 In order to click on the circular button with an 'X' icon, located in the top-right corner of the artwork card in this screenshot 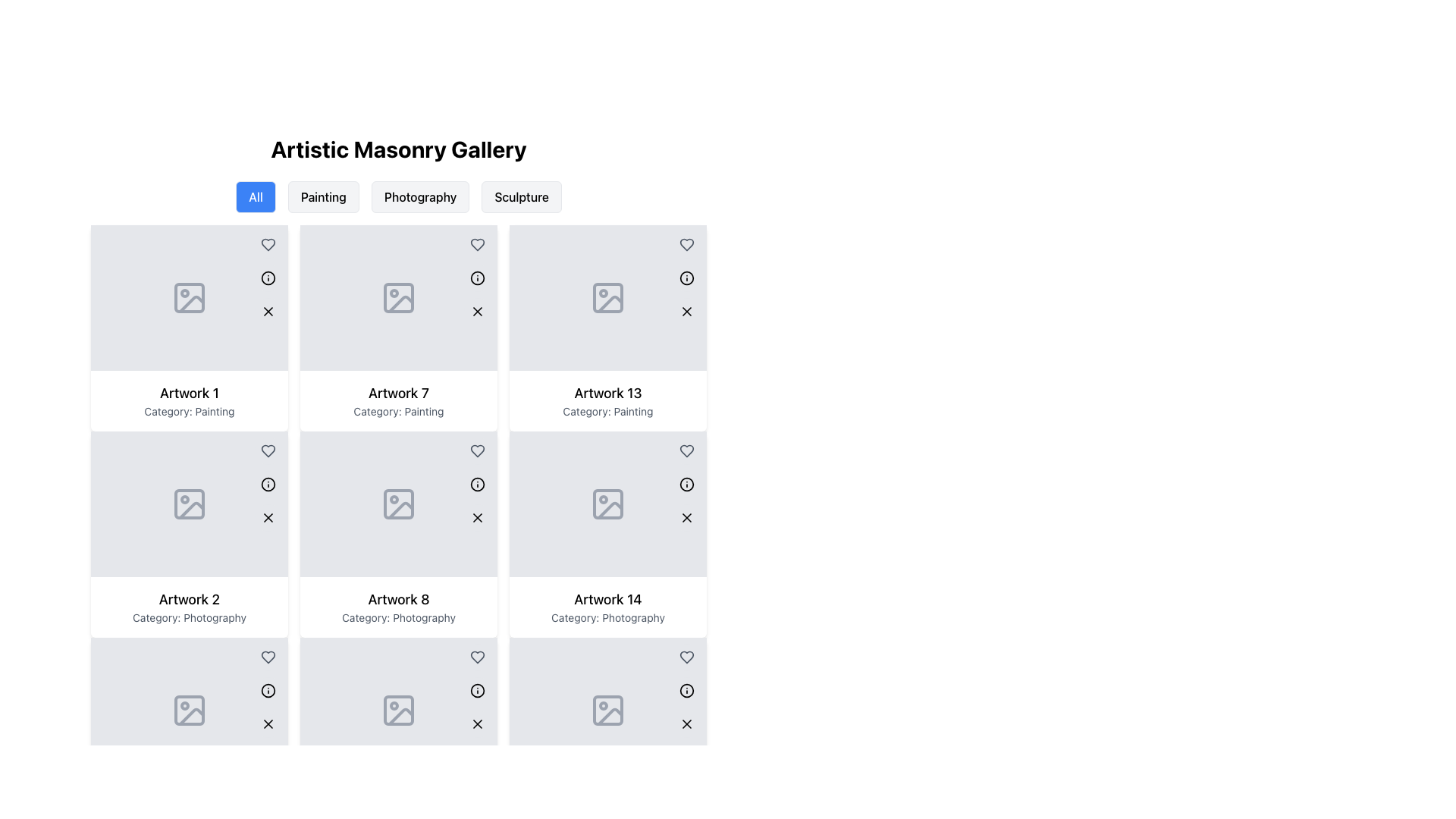, I will do `click(268, 516)`.